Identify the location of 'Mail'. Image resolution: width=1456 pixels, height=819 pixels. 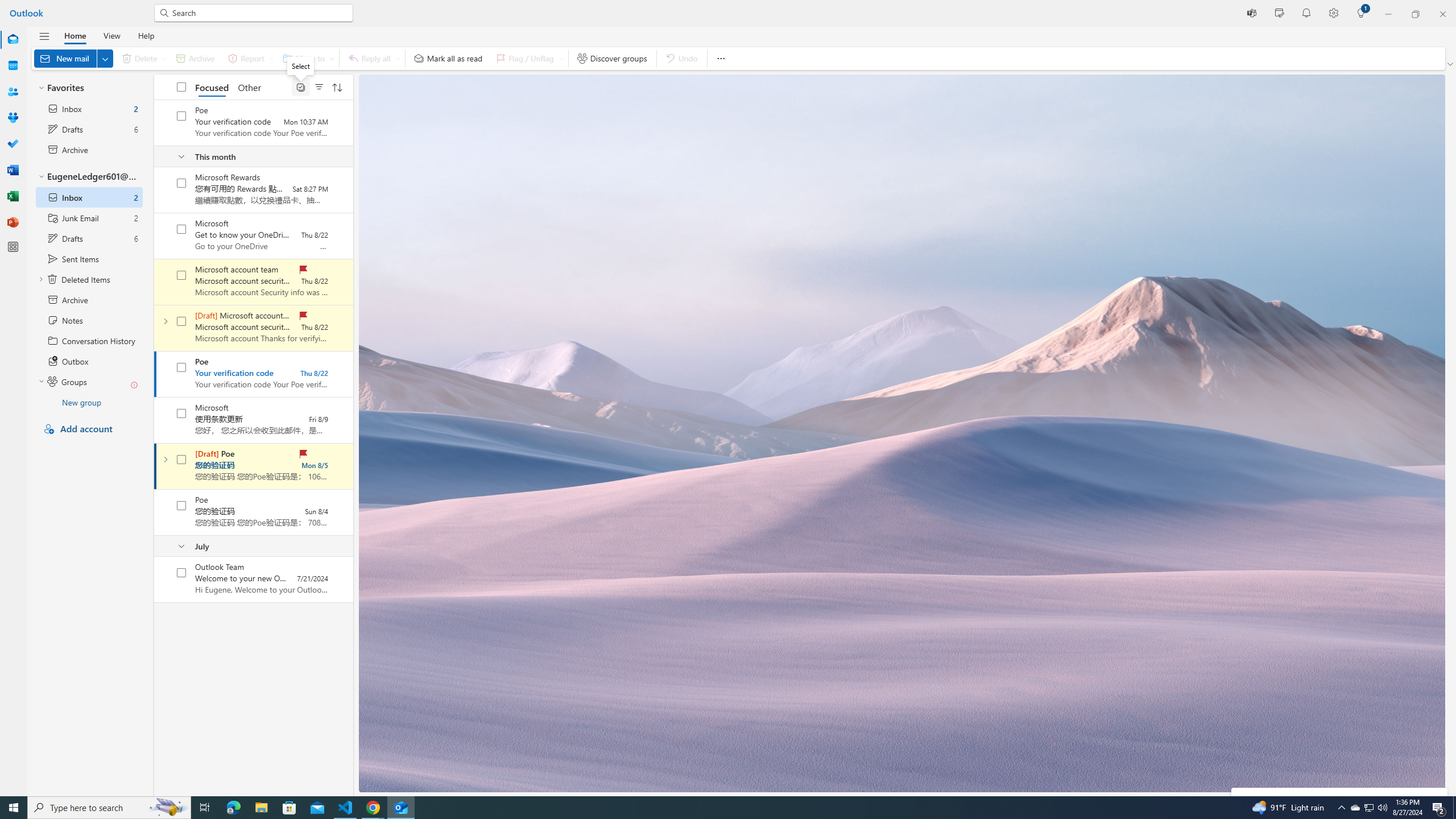
(13, 39).